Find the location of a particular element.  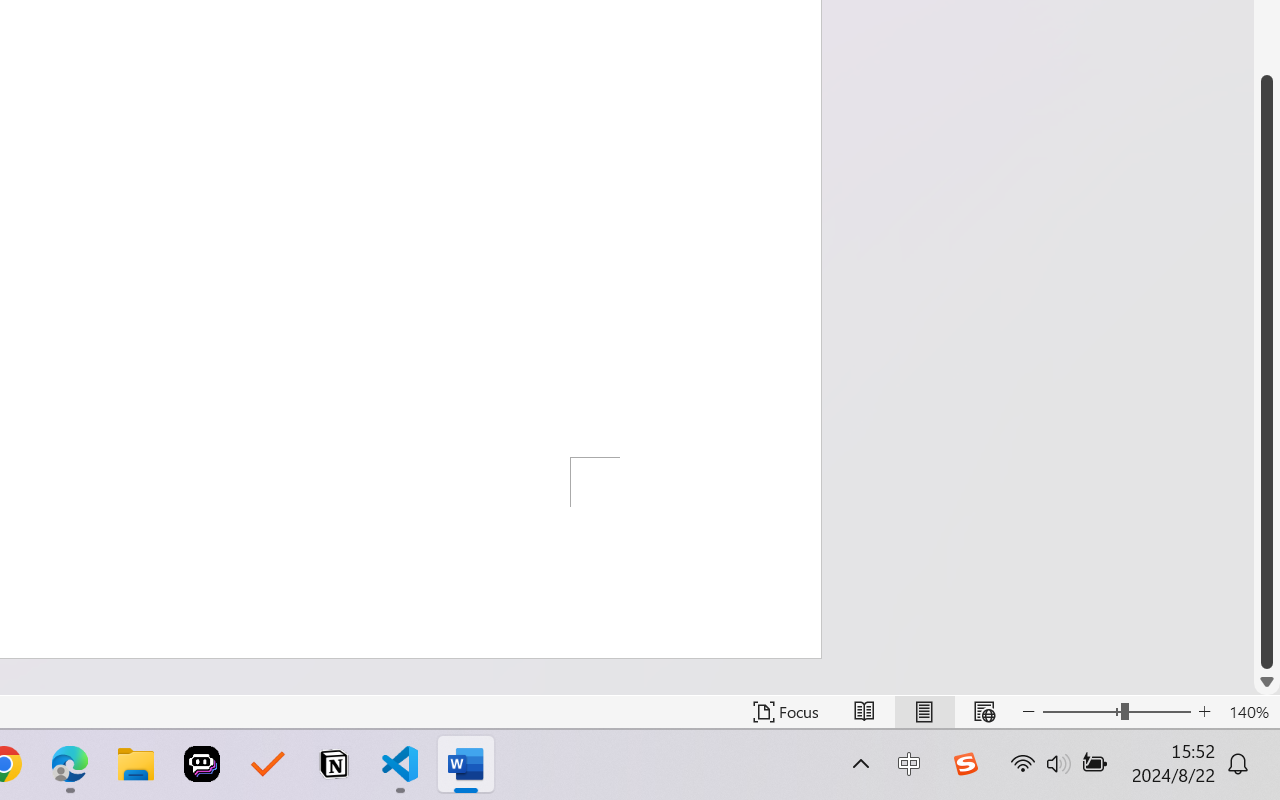

'Web Layout' is located at coordinates (984, 711).